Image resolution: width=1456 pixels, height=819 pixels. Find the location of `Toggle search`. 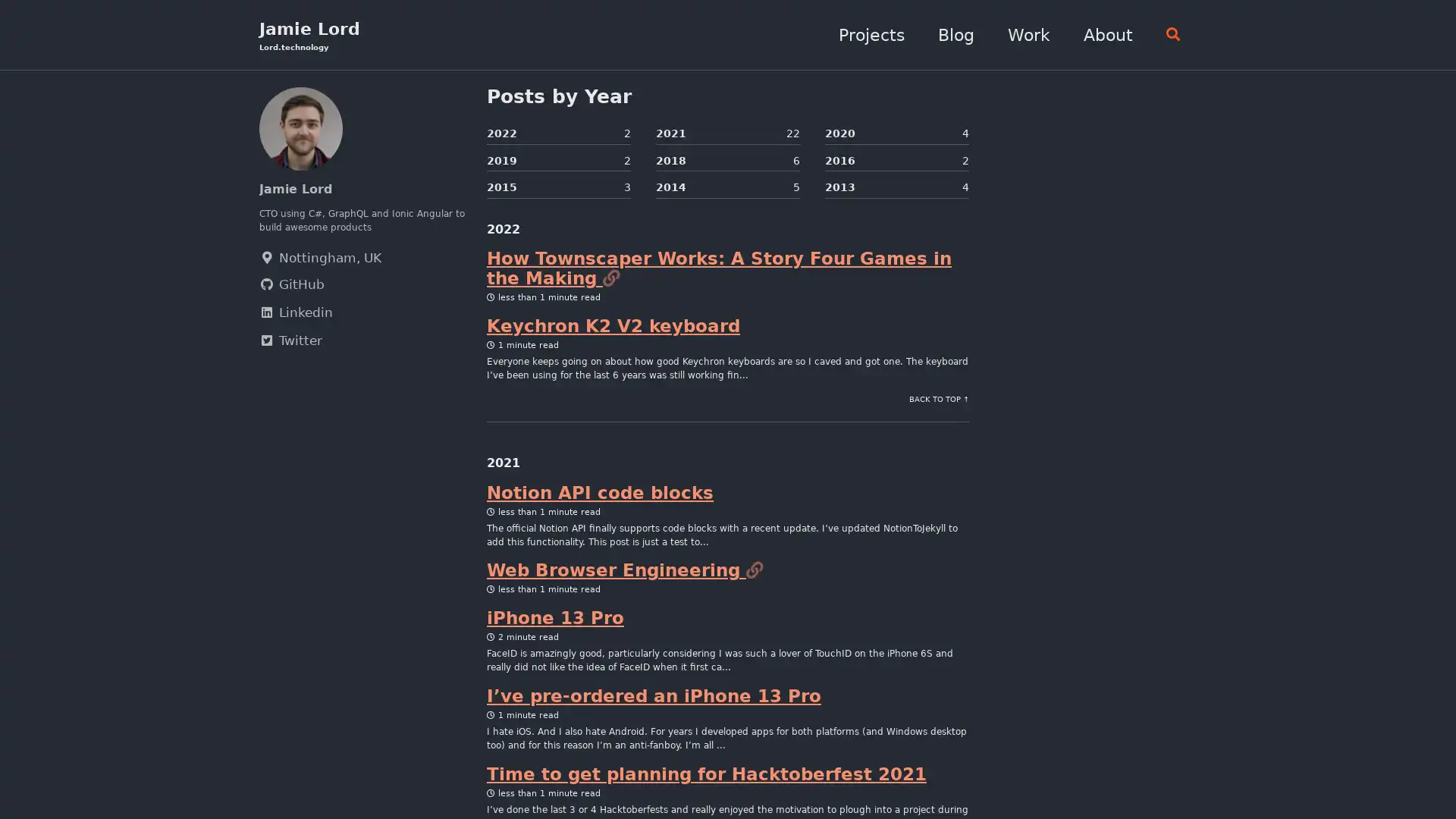

Toggle search is located at coordinates (1166, 35).